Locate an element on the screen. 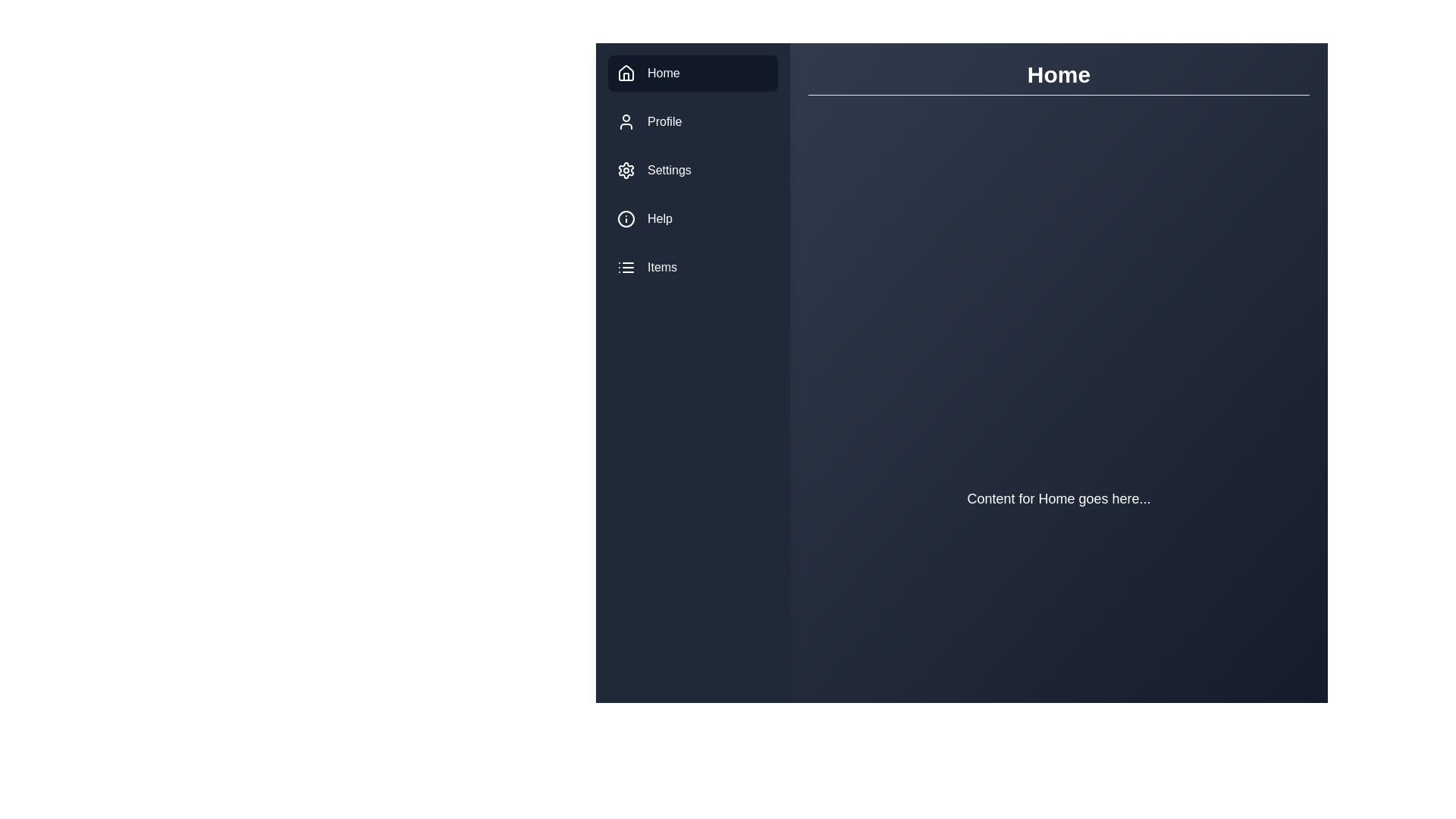 The image size is (1456, 819). the menu item Help to navigate to its section is located at coordinates (692, 219).